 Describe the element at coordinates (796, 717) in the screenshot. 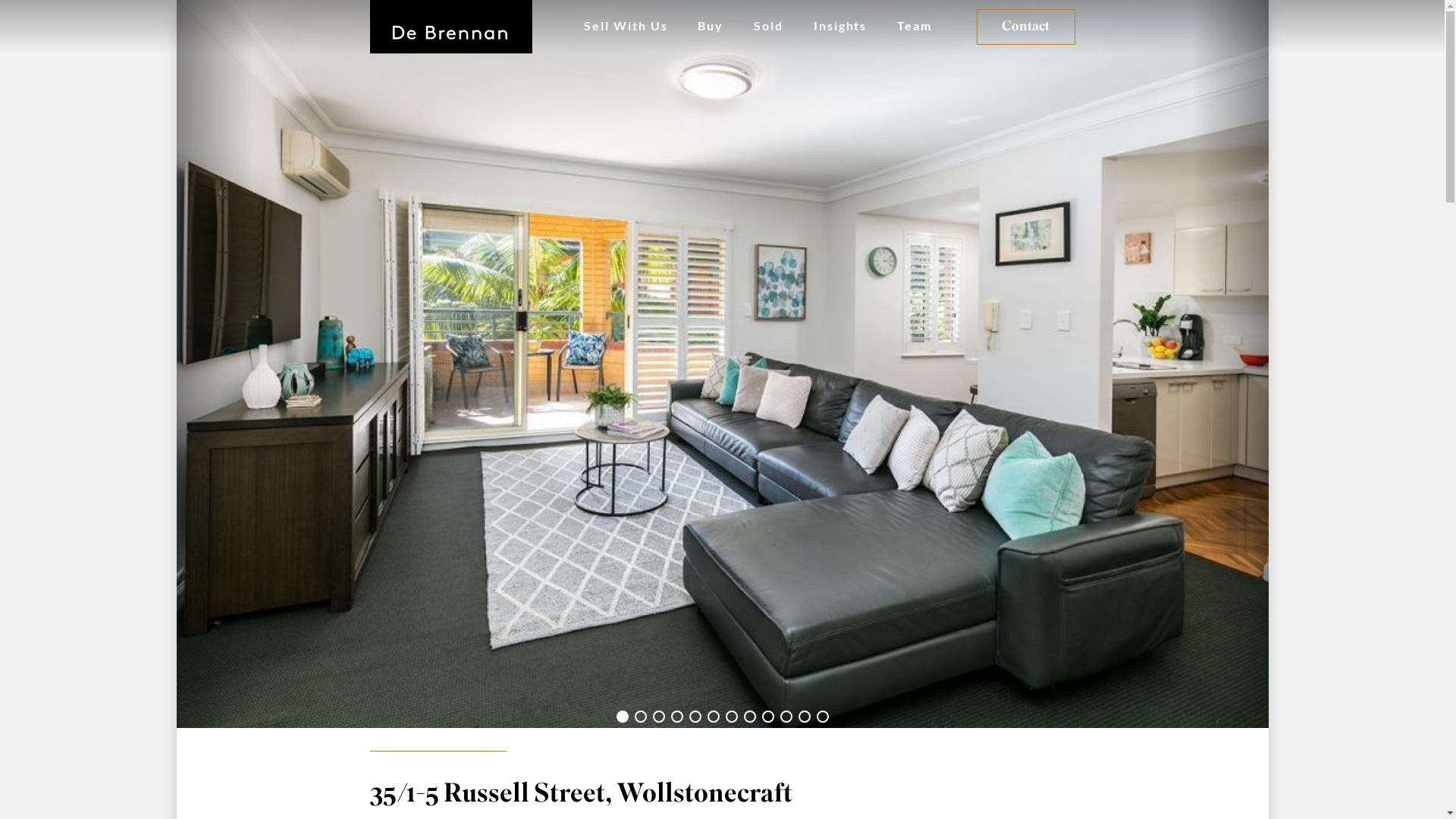

I see `'11'` at that location.